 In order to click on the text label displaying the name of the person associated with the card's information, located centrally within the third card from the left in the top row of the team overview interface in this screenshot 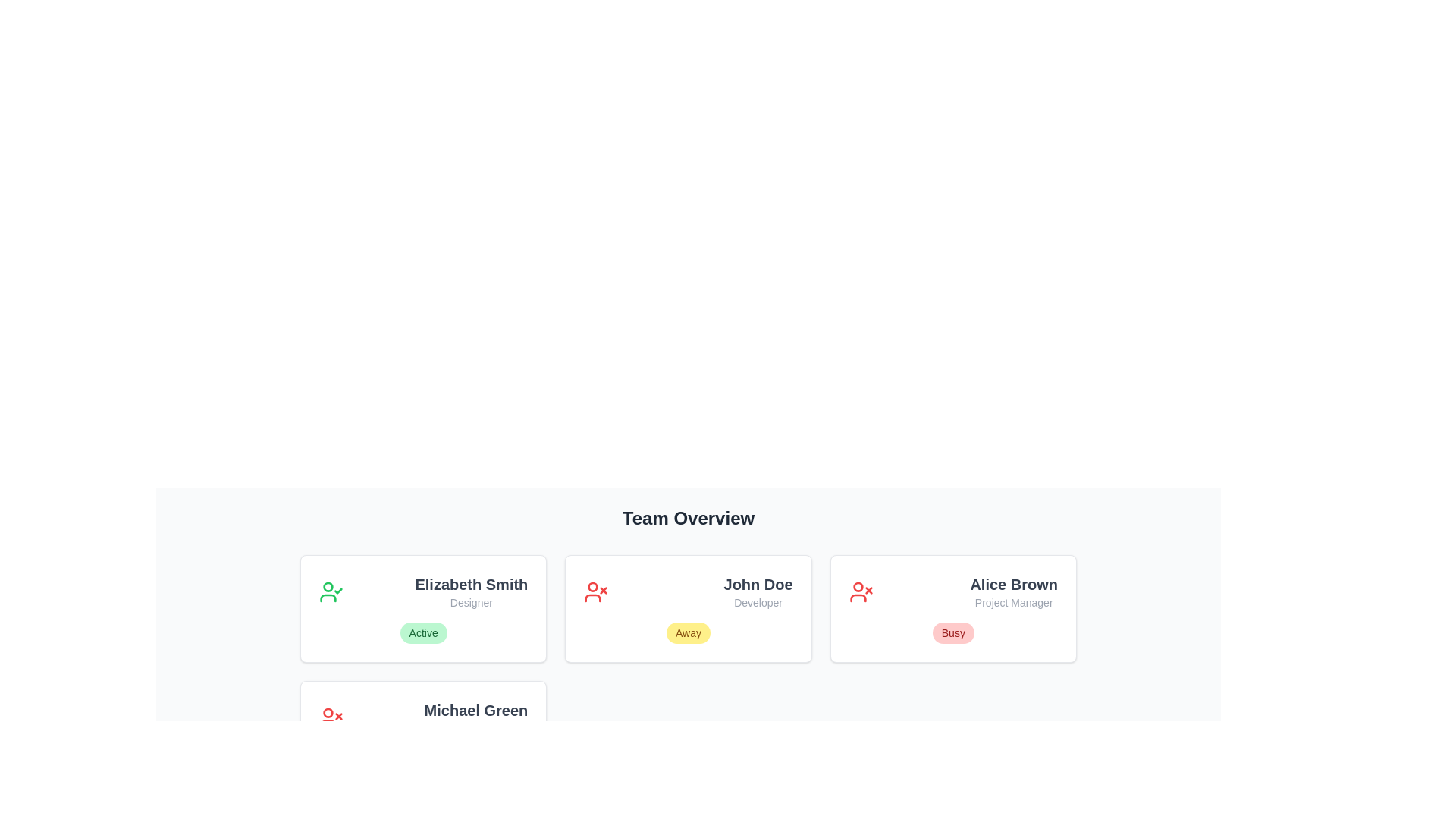, I will do `click(1014, 584)`.